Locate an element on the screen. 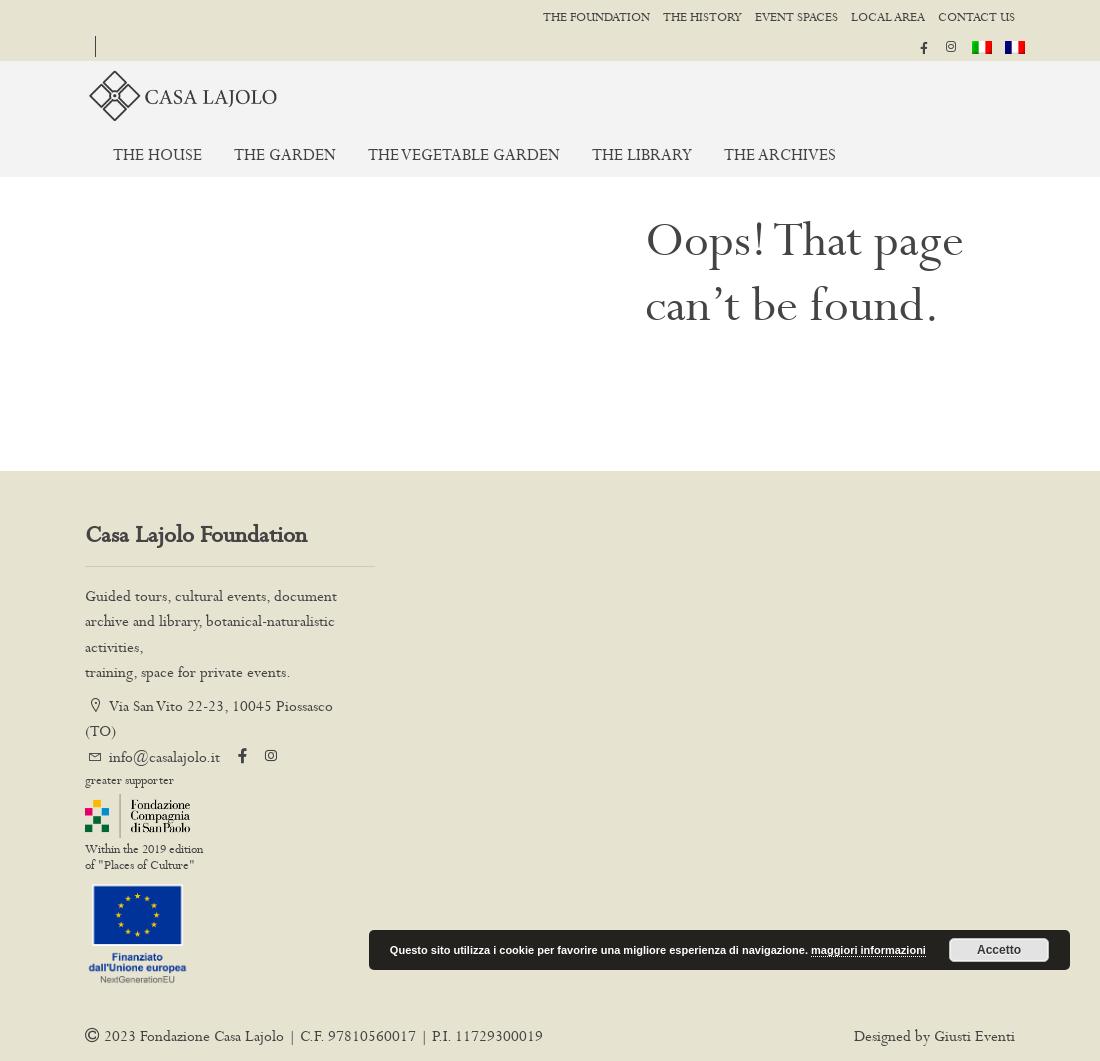 The width and height of the screenshot is (1100, 1061). '2023 Fondazione Casa Lajolo | C.F. 97810560017 | P.I. 11729300019' is located at coordinates (320, 1034).